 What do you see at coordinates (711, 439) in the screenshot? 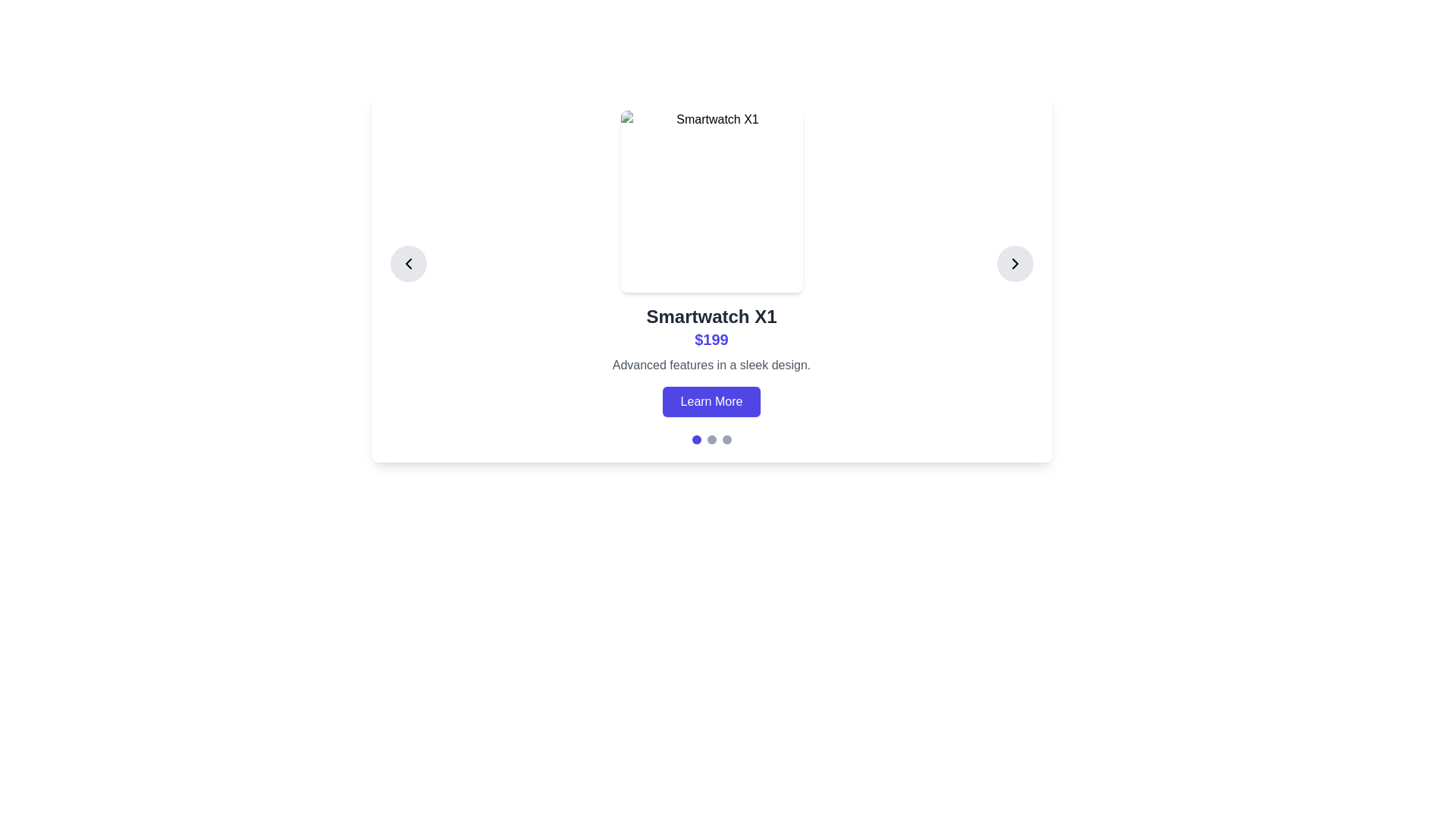
I see `the second pagination dot, which is a small gray circular indicator positioned between the first blue dot and the third gray dot` at bounding box center [711, 439].